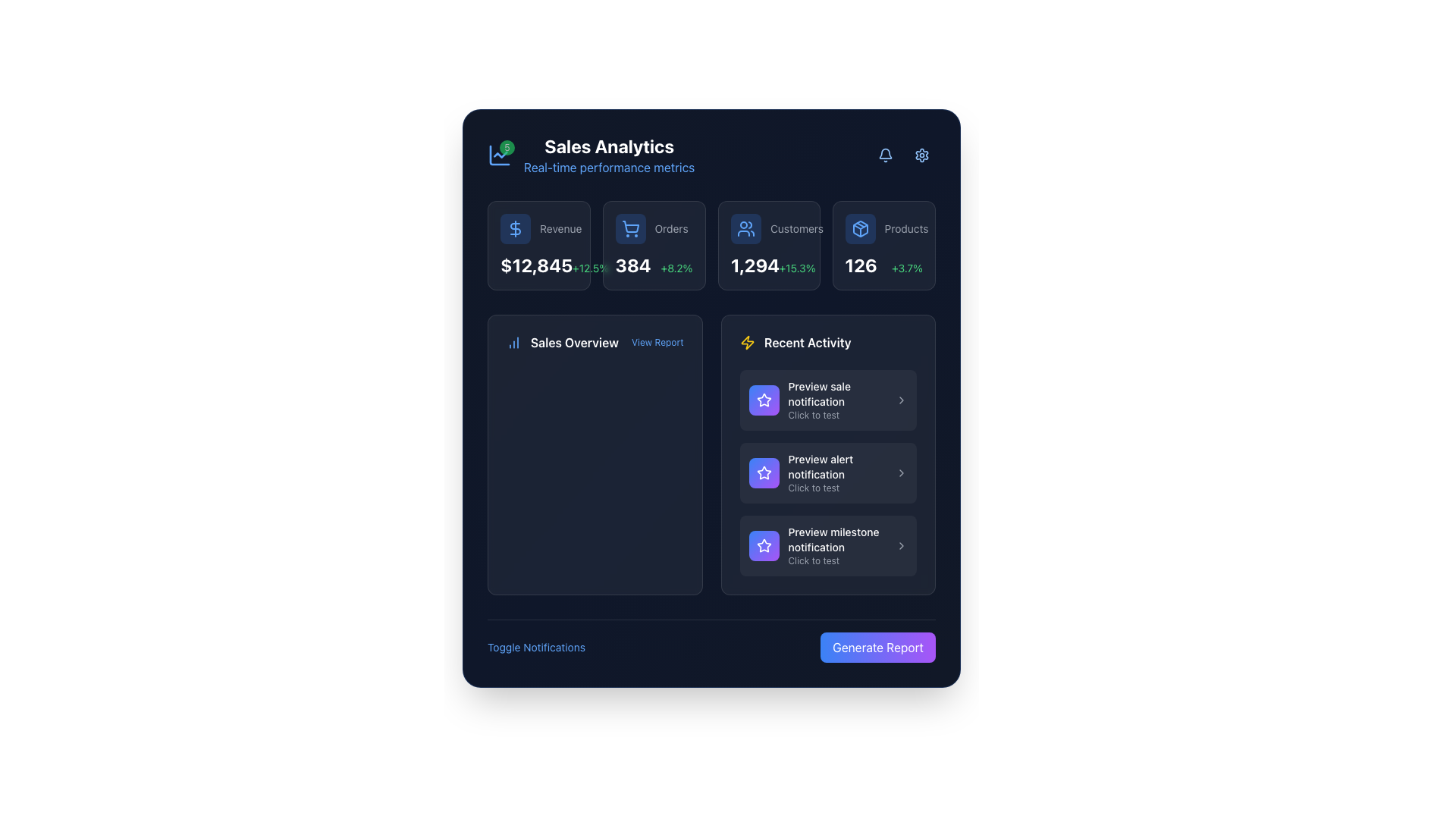  What do you see at coordinates (902, 400) in the screenshot?
I see `the interactive icon located on the far-right side of the 'Preview sale notification' entry in the 'Recent Activity' section` at bounding box center [902, 400].